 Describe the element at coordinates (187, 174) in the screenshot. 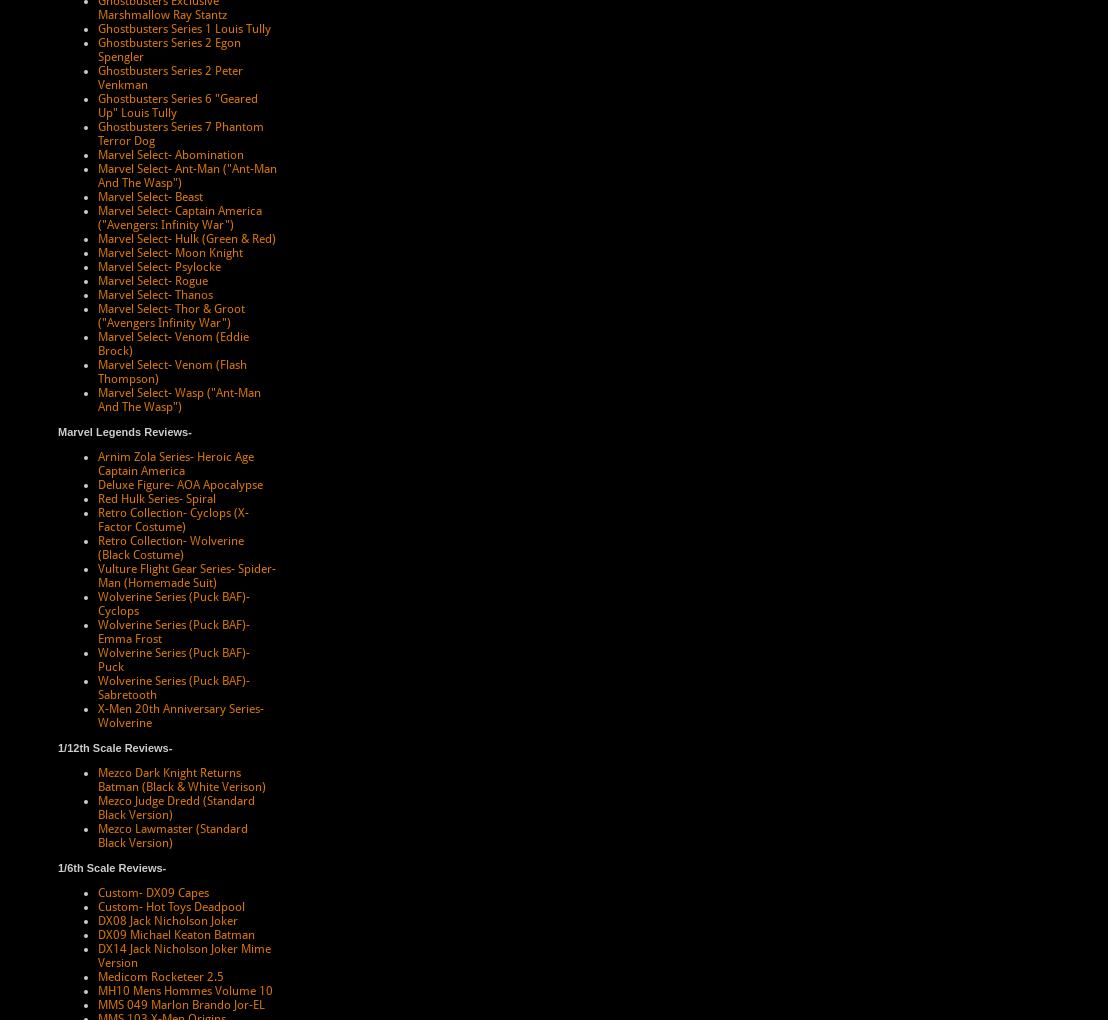

I see `'Marvel Select- Ant-Man ("Ant-Man And The Wasp")'` at that location.